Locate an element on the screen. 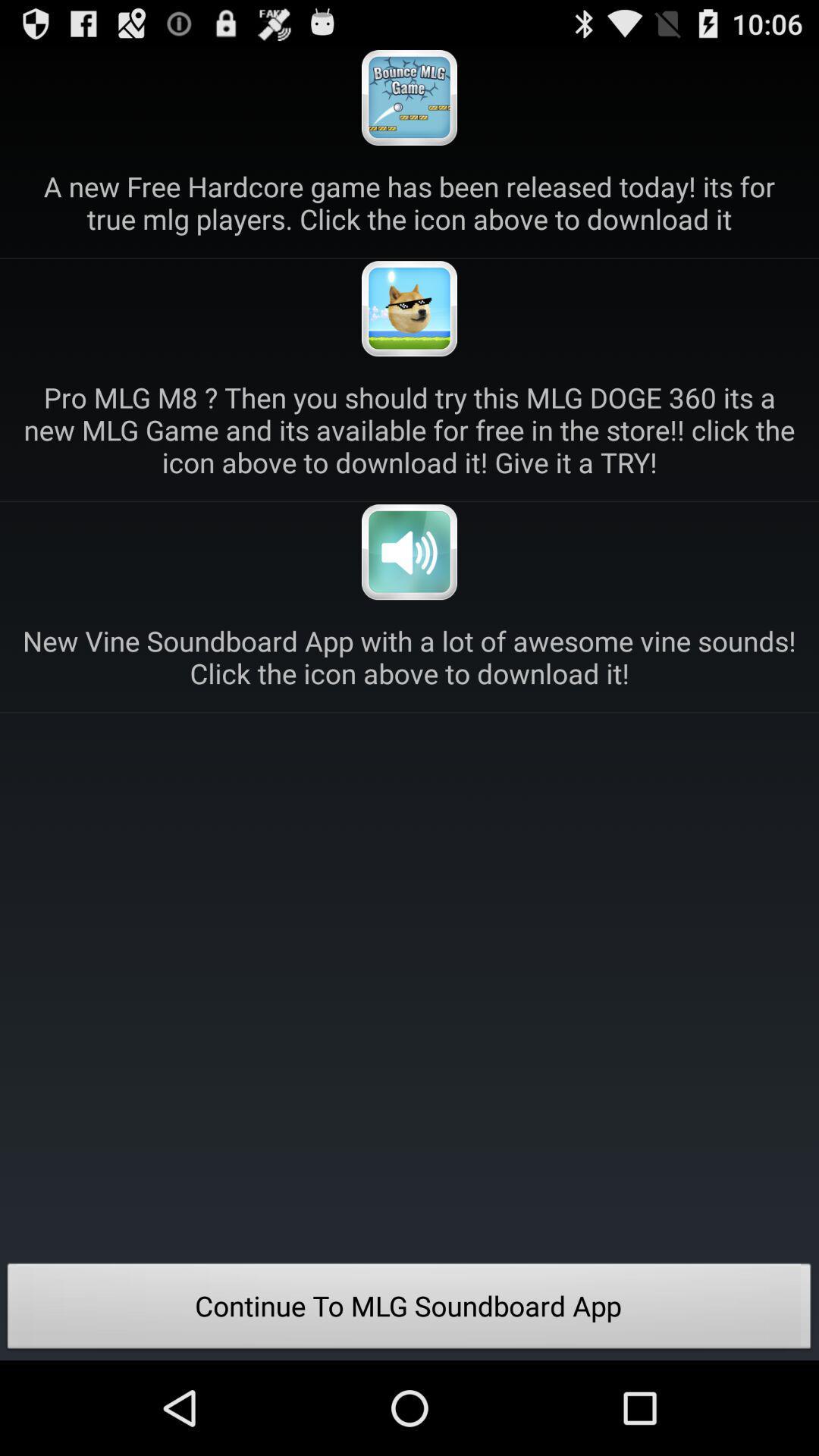 This screenshot has width=819, height=1456. link to download app is located at coordinates (409, 551).